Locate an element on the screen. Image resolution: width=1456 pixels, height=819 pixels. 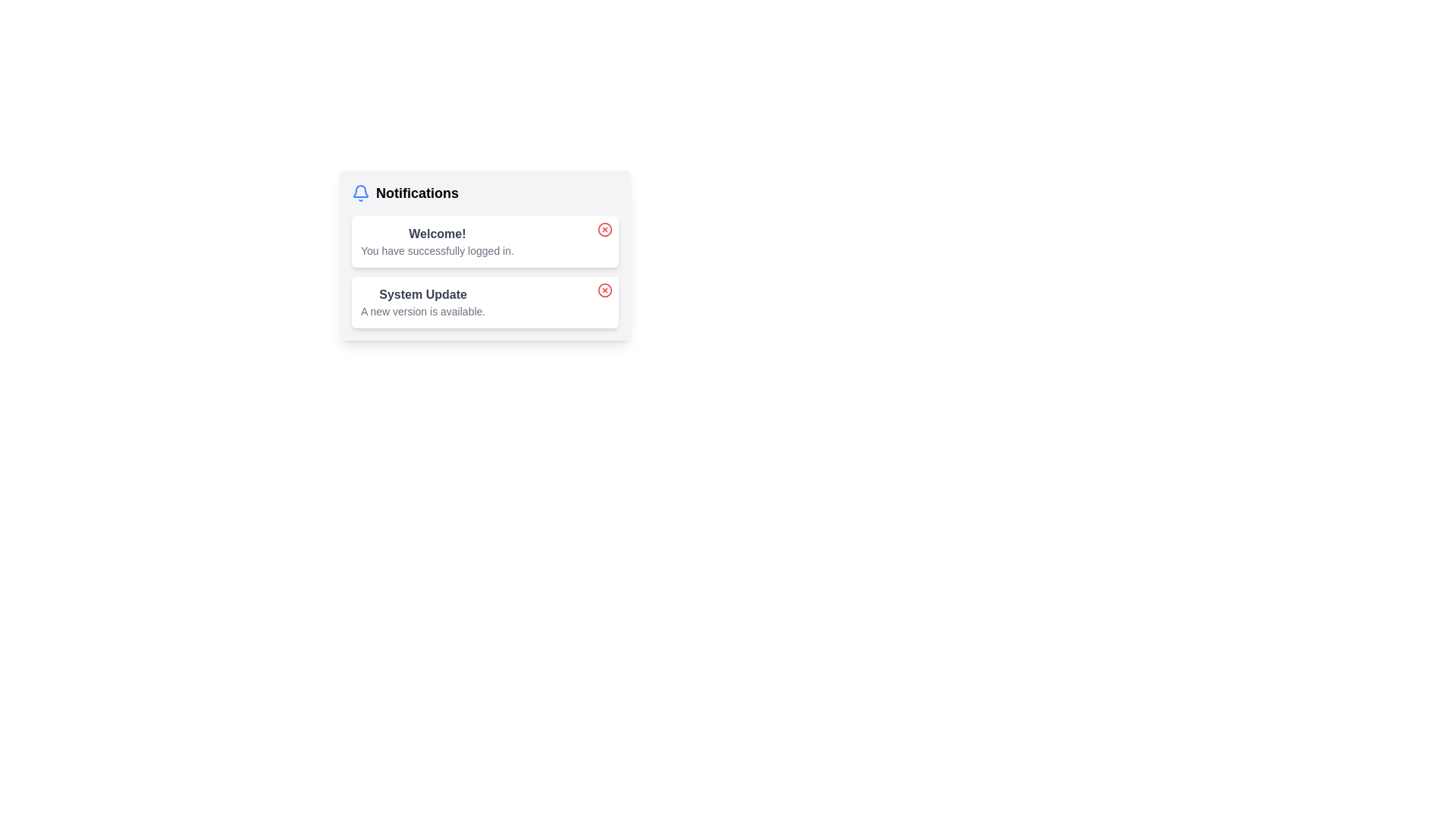
the Notification card indicating a successful login event, which includes a dismiss button 'X' located at the center of the notification card is located at coordinates (484, 241).